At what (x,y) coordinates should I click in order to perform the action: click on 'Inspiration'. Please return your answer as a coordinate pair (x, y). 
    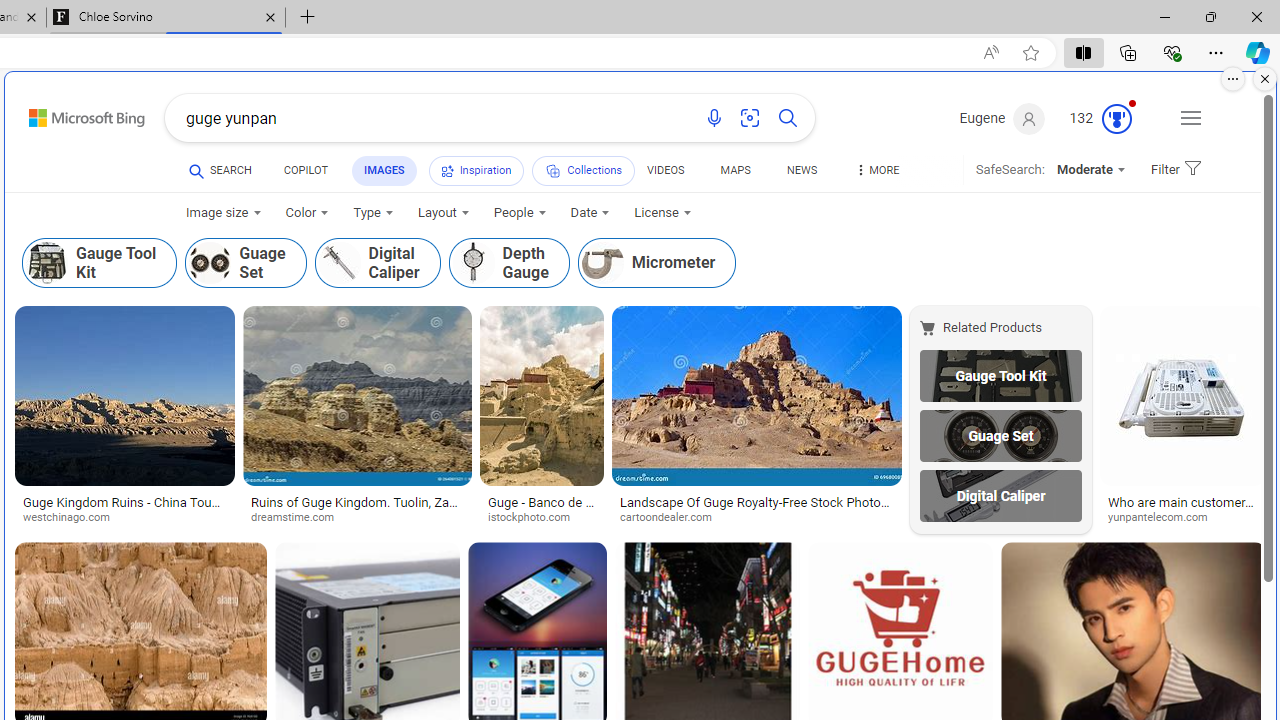
    Looking at the image, I should click on (475, 170).